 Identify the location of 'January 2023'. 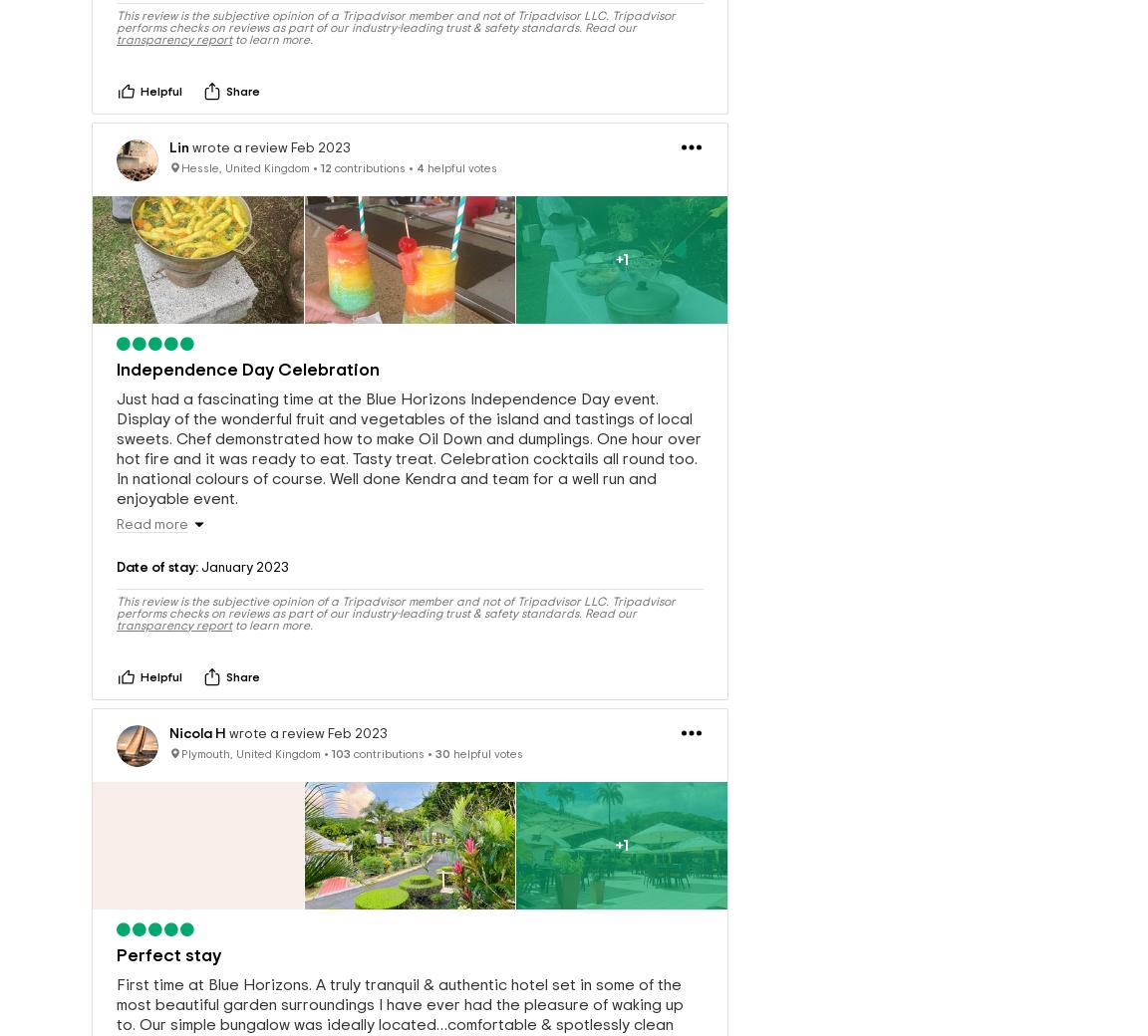
(243, 572).